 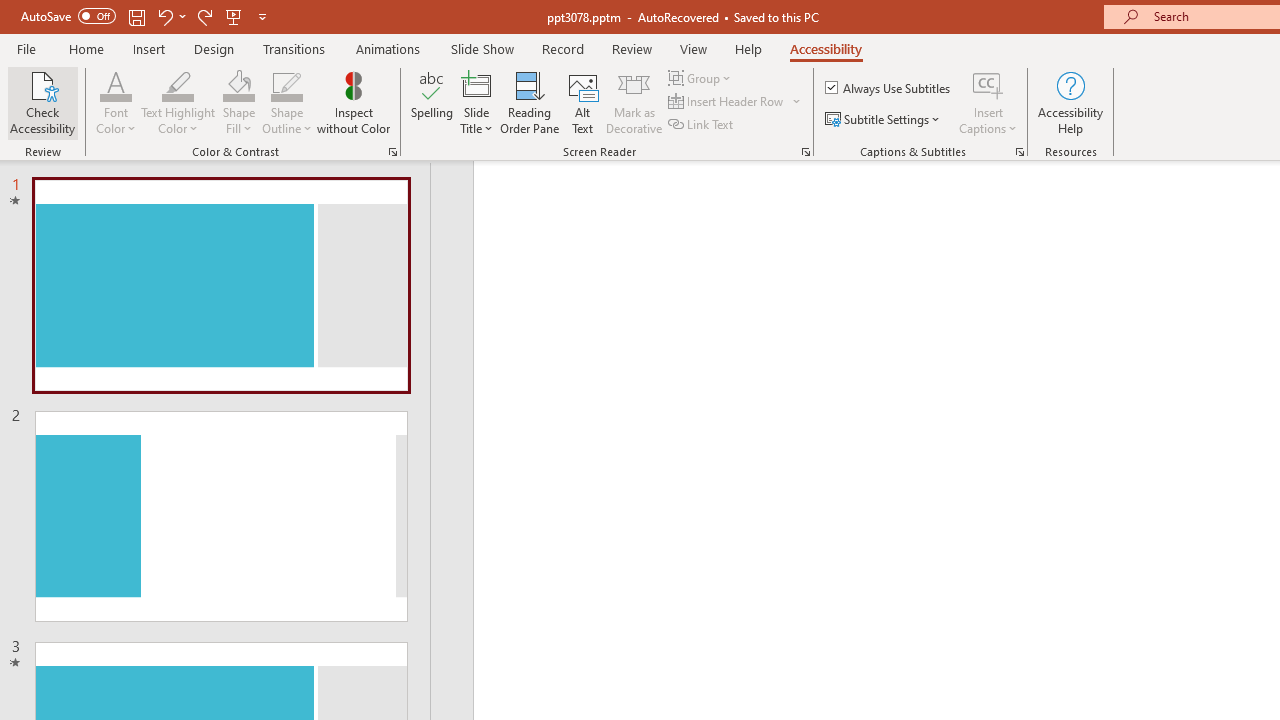 I want to click on 'Accessibility Help', so click(x=1069, y=103).